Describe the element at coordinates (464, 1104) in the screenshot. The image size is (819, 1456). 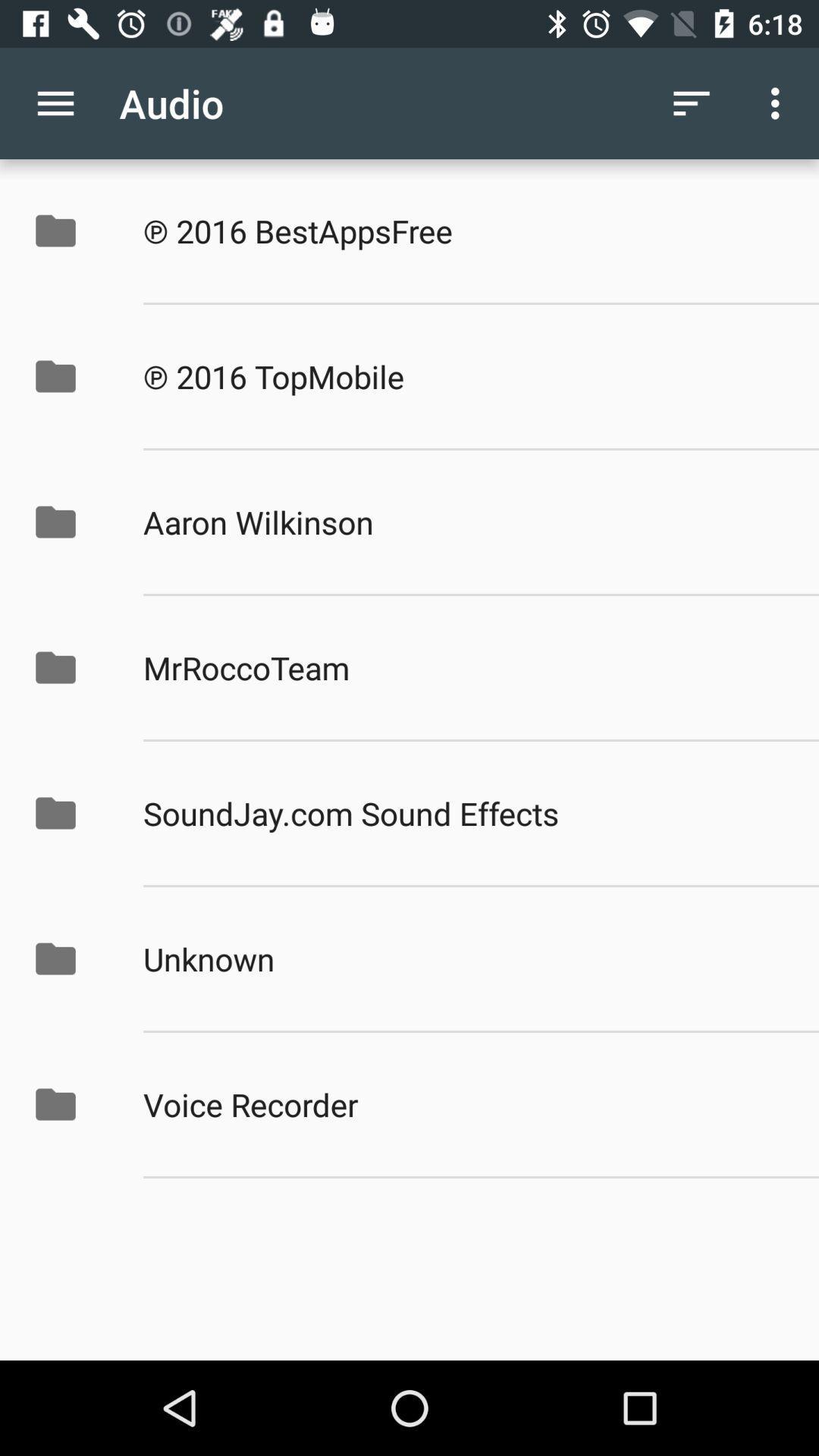
I see `the voice recorder icon` at that location.